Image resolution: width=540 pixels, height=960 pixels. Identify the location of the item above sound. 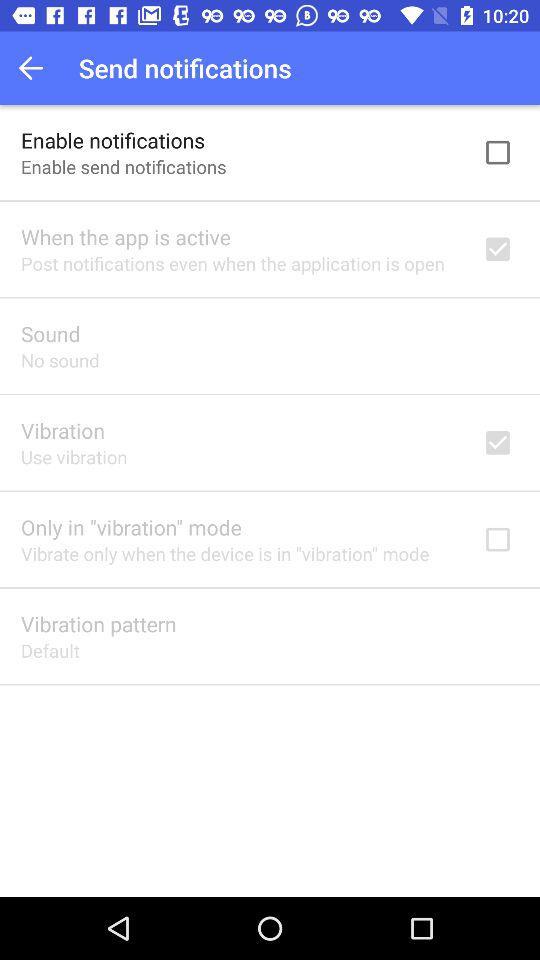
(231, 262).